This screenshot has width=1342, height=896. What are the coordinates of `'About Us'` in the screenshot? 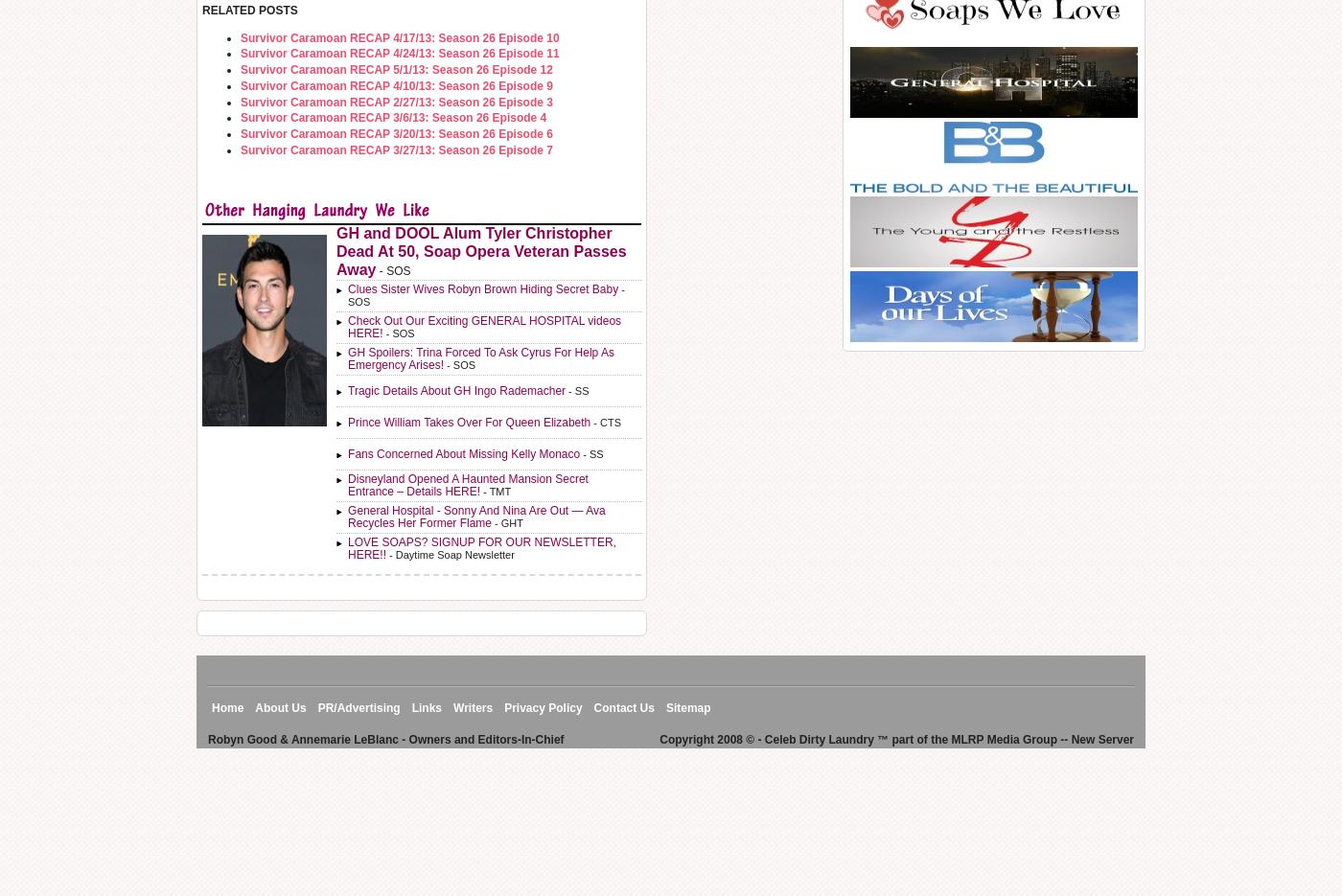 It's located at (280, 708).